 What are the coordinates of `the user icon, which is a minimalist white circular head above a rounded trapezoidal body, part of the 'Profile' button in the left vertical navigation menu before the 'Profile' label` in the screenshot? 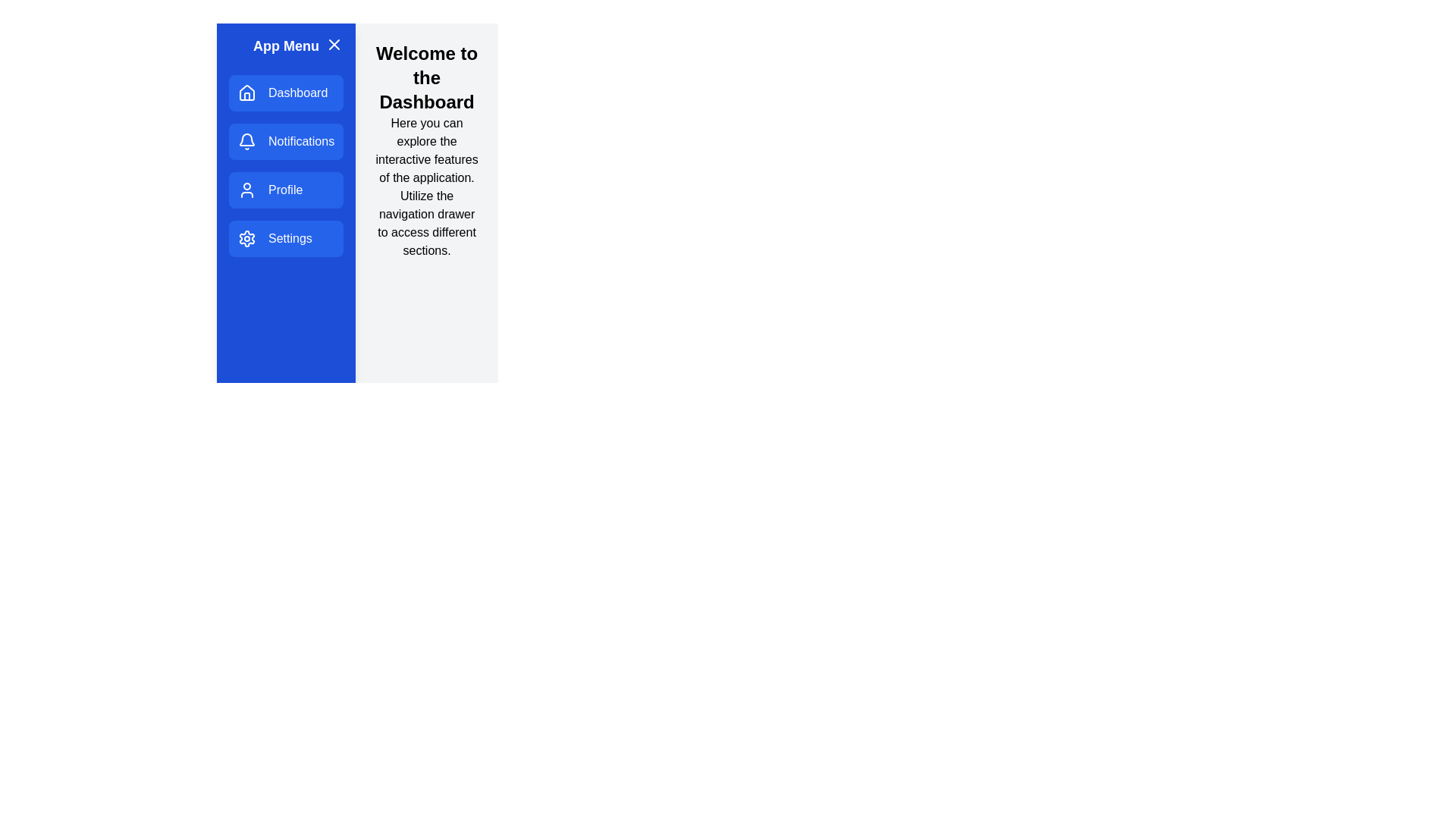 It's located at (247, 189).